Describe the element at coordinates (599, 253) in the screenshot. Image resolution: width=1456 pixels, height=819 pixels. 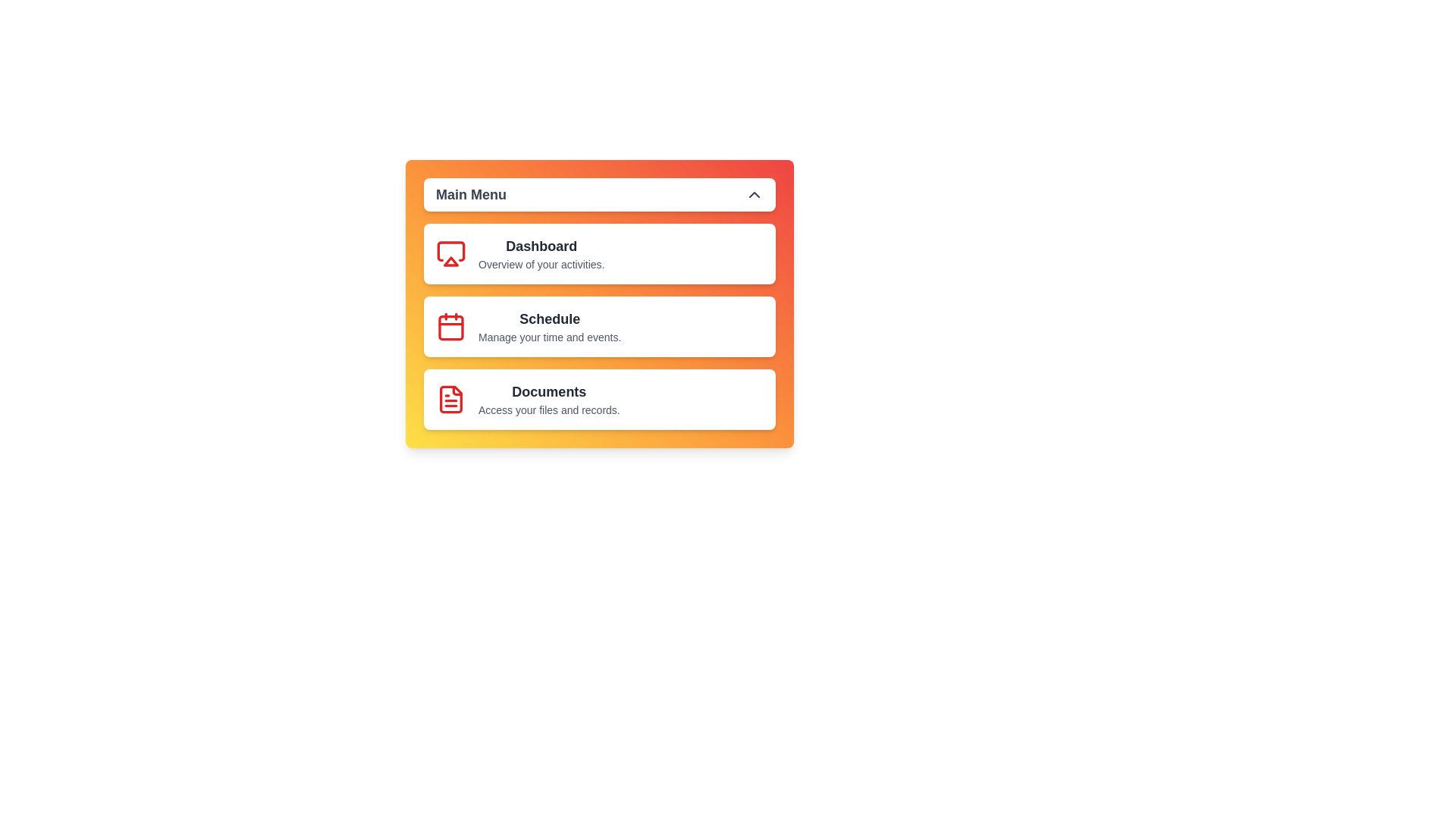
I see `the menu item Dashboard by clicking on it` at that location.